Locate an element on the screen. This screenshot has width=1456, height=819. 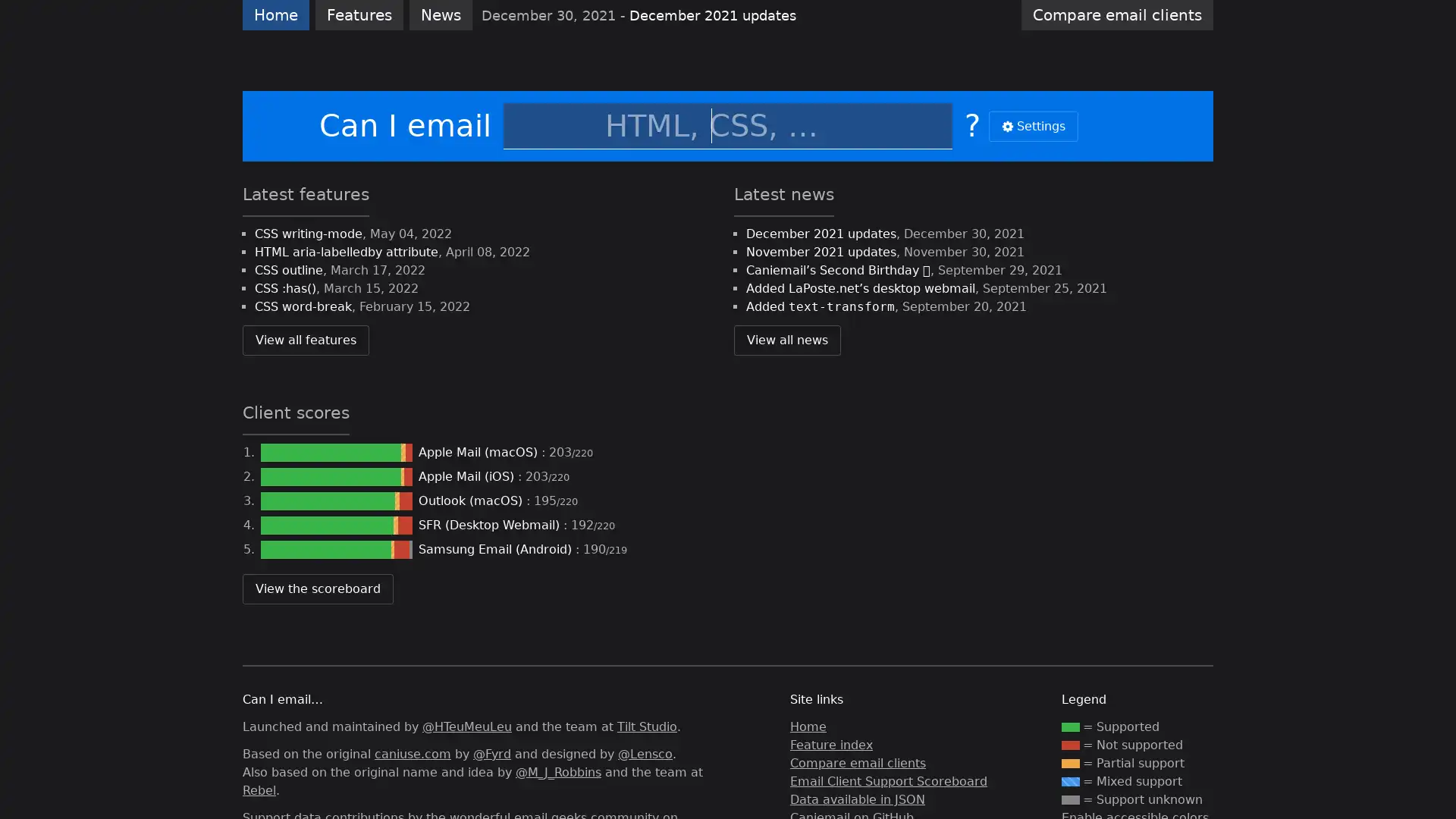
Settings is located at coordinates (1033, 124).